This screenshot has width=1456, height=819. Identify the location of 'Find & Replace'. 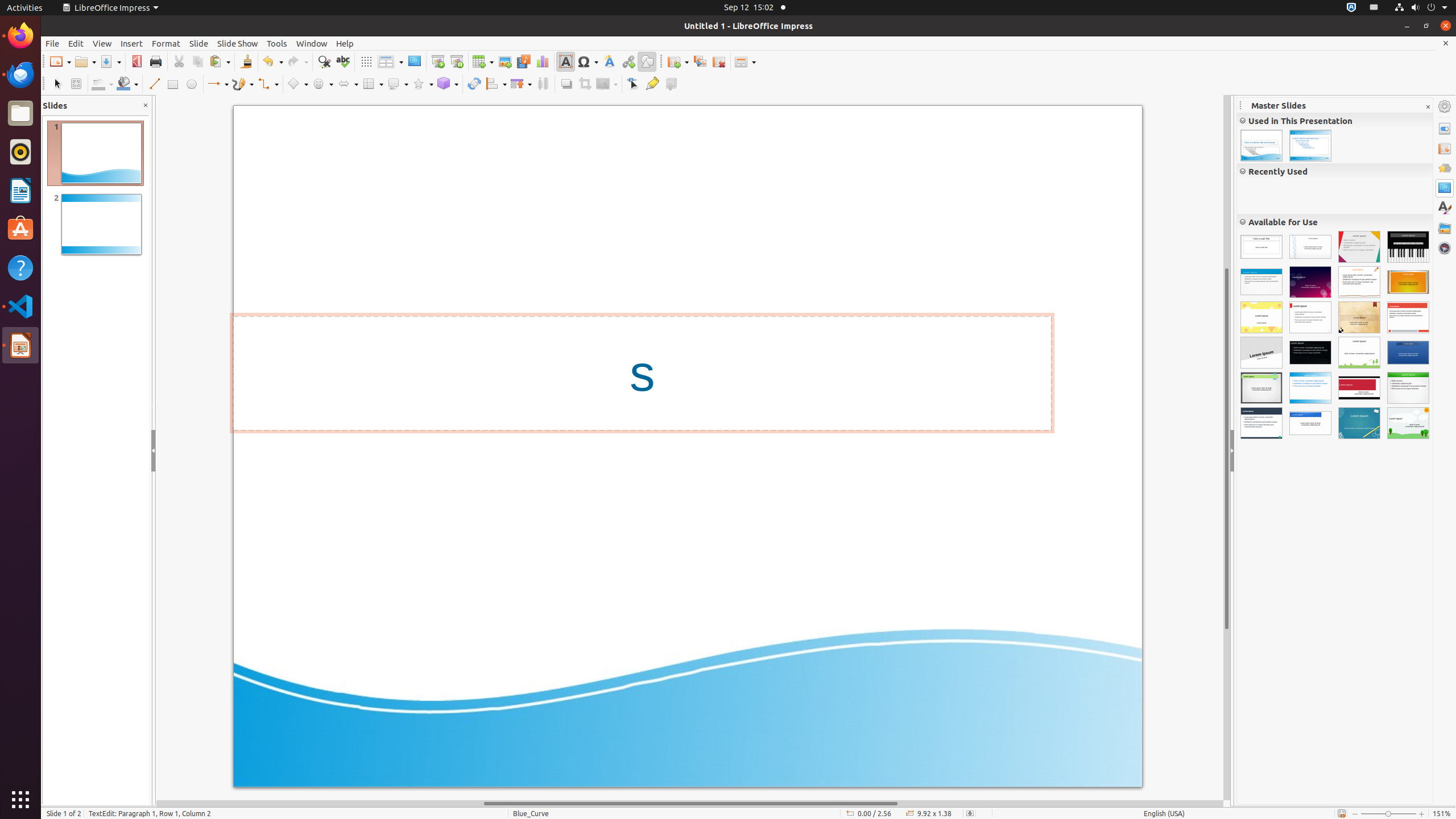
(323, 61).